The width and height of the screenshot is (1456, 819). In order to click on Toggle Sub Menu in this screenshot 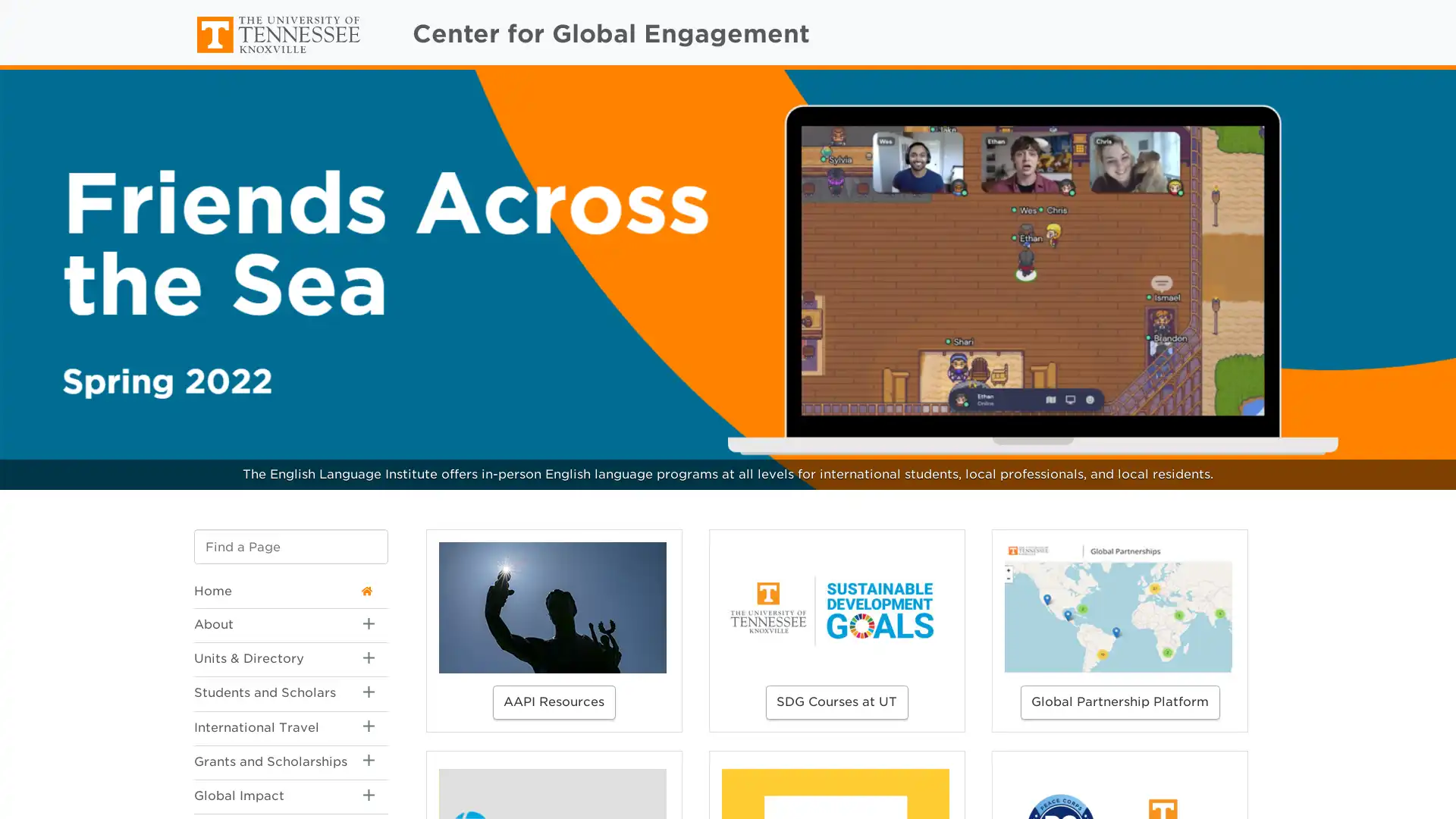, I will do `click(368, 693)`.